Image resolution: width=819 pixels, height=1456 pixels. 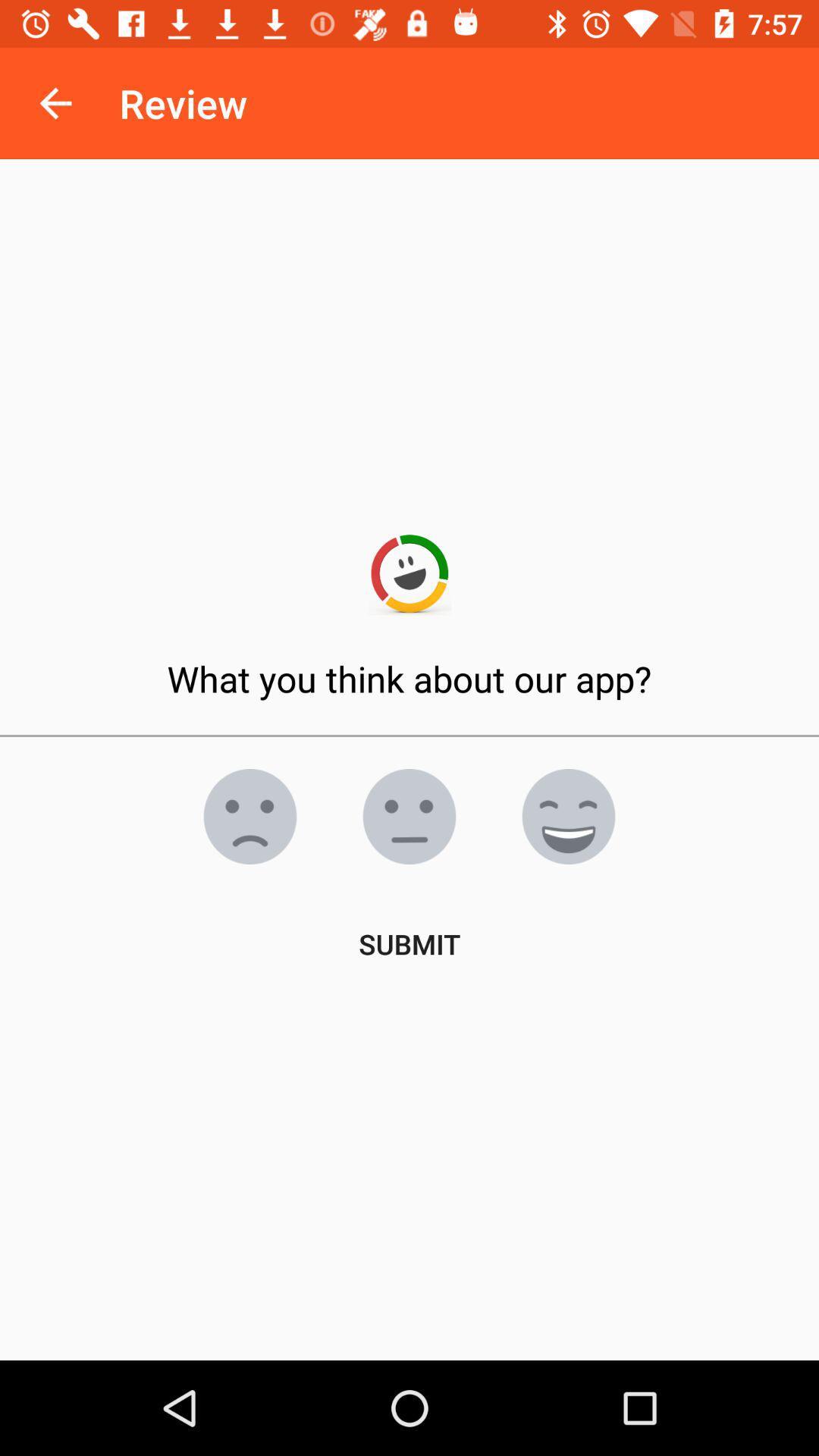 I want to click on leave negative review, so click(x=249, y=815).